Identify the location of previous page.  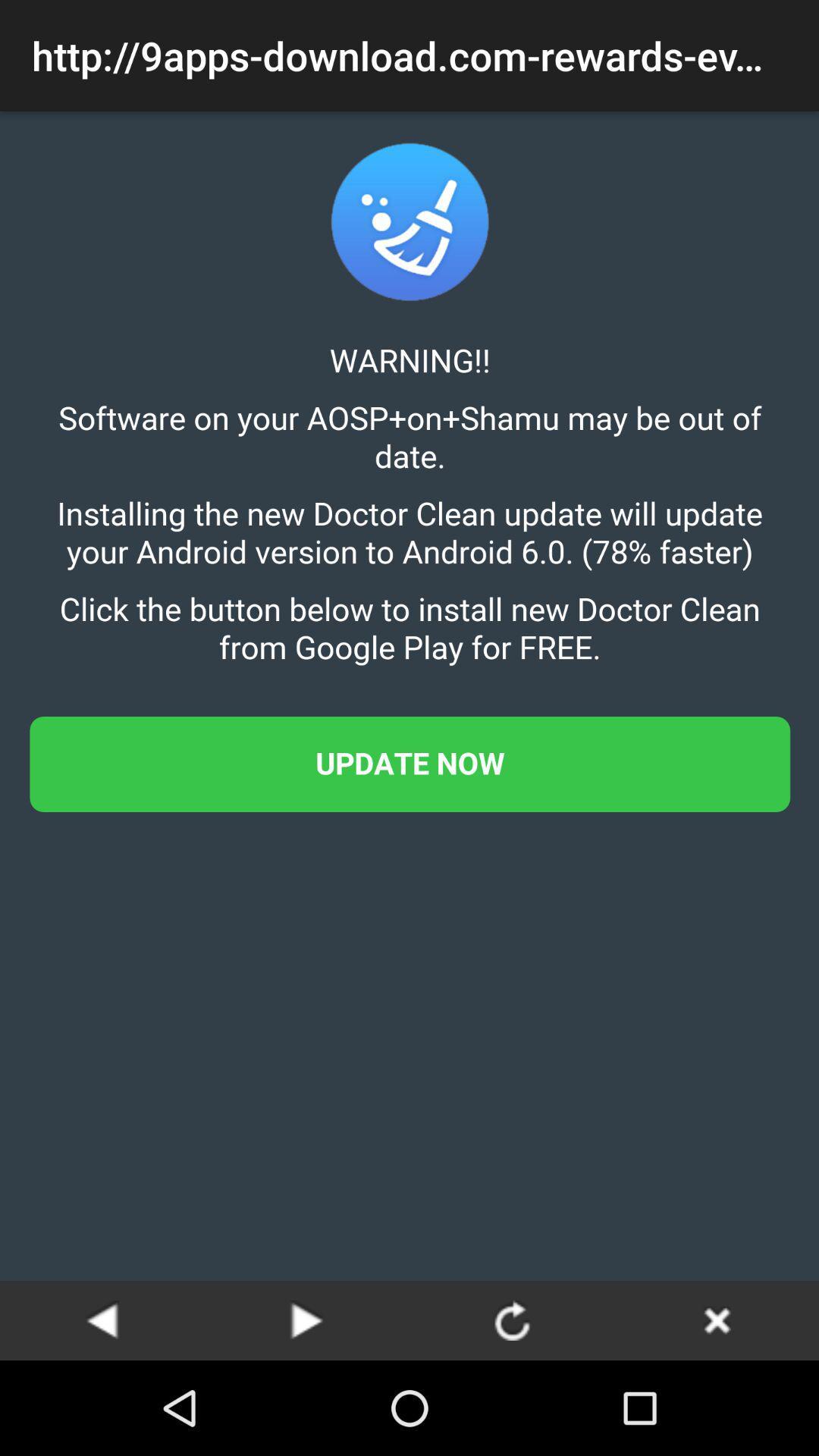
(102, 1319).